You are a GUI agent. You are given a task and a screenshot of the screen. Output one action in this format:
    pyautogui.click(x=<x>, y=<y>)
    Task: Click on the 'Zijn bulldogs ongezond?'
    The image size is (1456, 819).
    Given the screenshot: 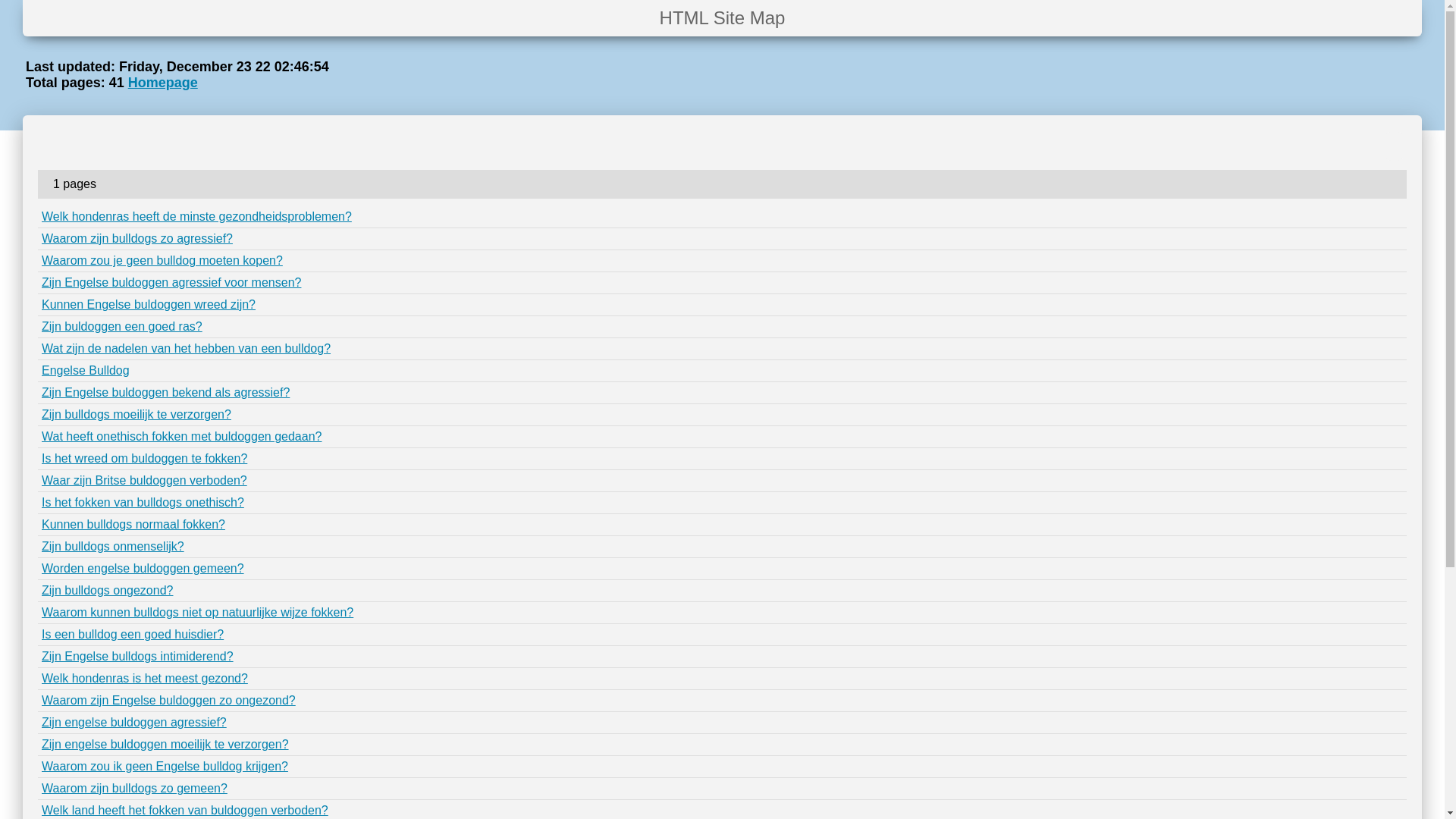 What is the action you would take?
    pyautogui.click(x=106, y=589)
    